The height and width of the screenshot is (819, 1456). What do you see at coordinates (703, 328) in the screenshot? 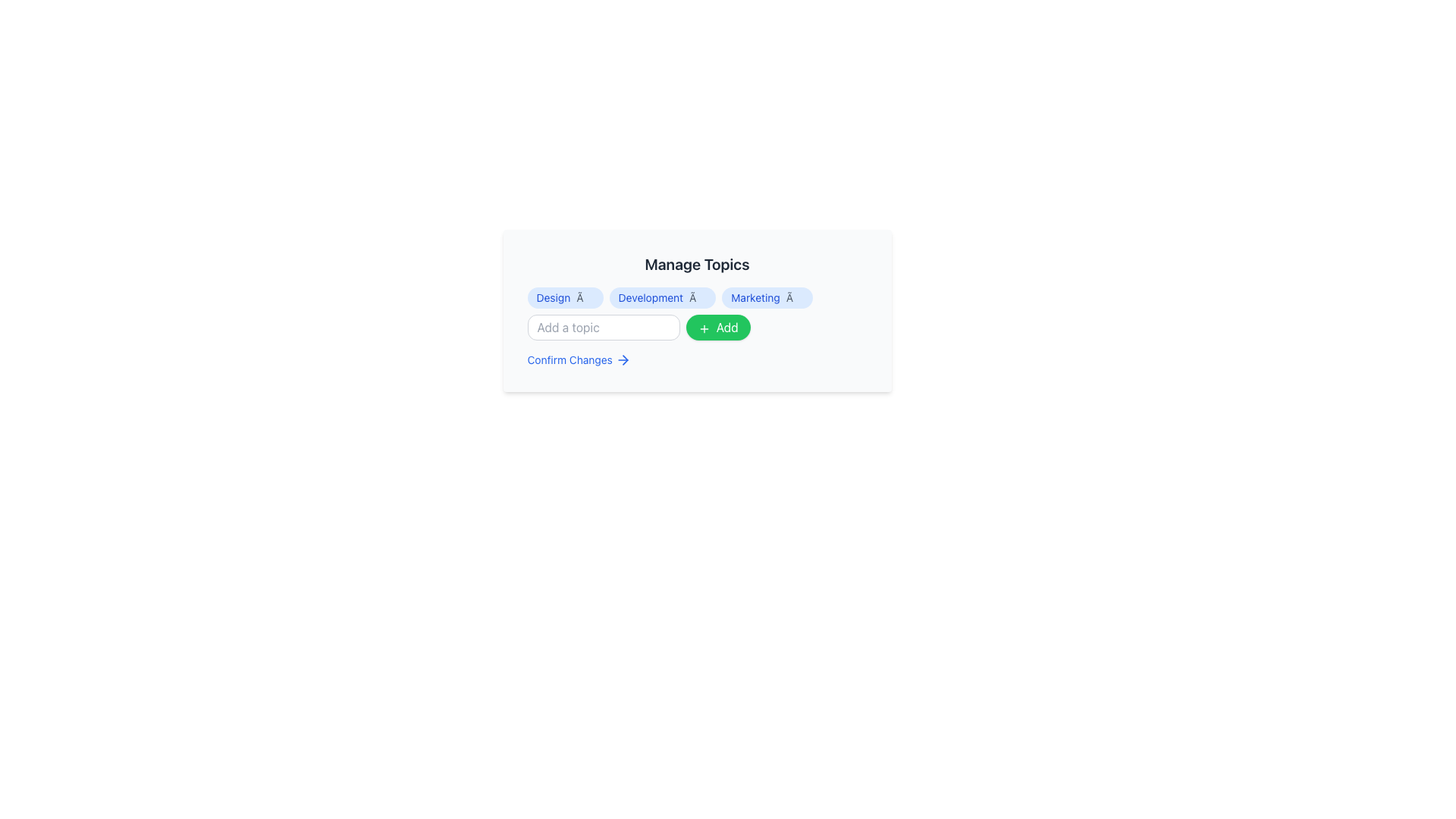
I see `the '+' icon within the green 'Add' button` at bounding box center [703, 328].